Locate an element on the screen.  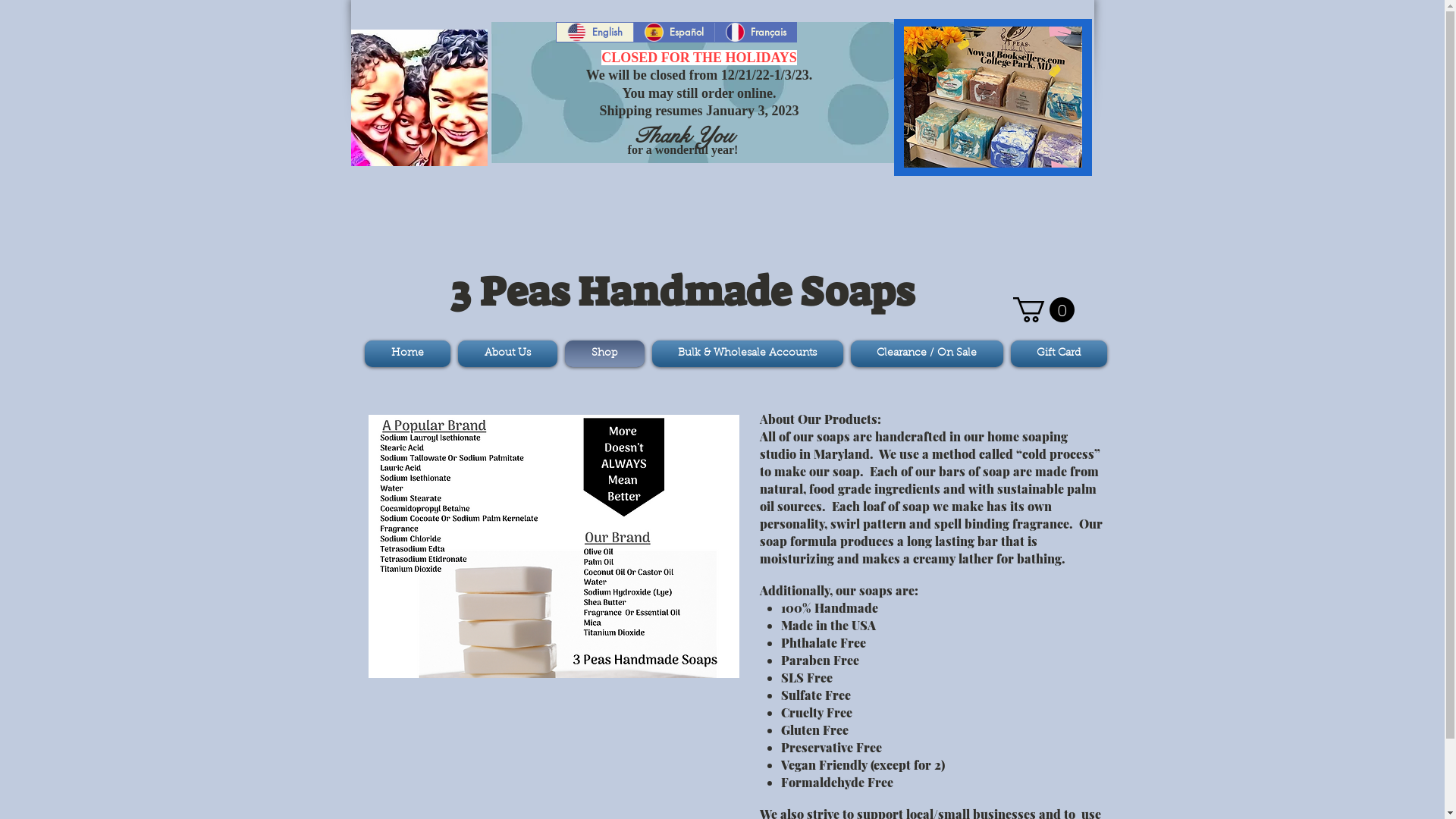
'Gift Card' is located at coordinates (1056, 353).